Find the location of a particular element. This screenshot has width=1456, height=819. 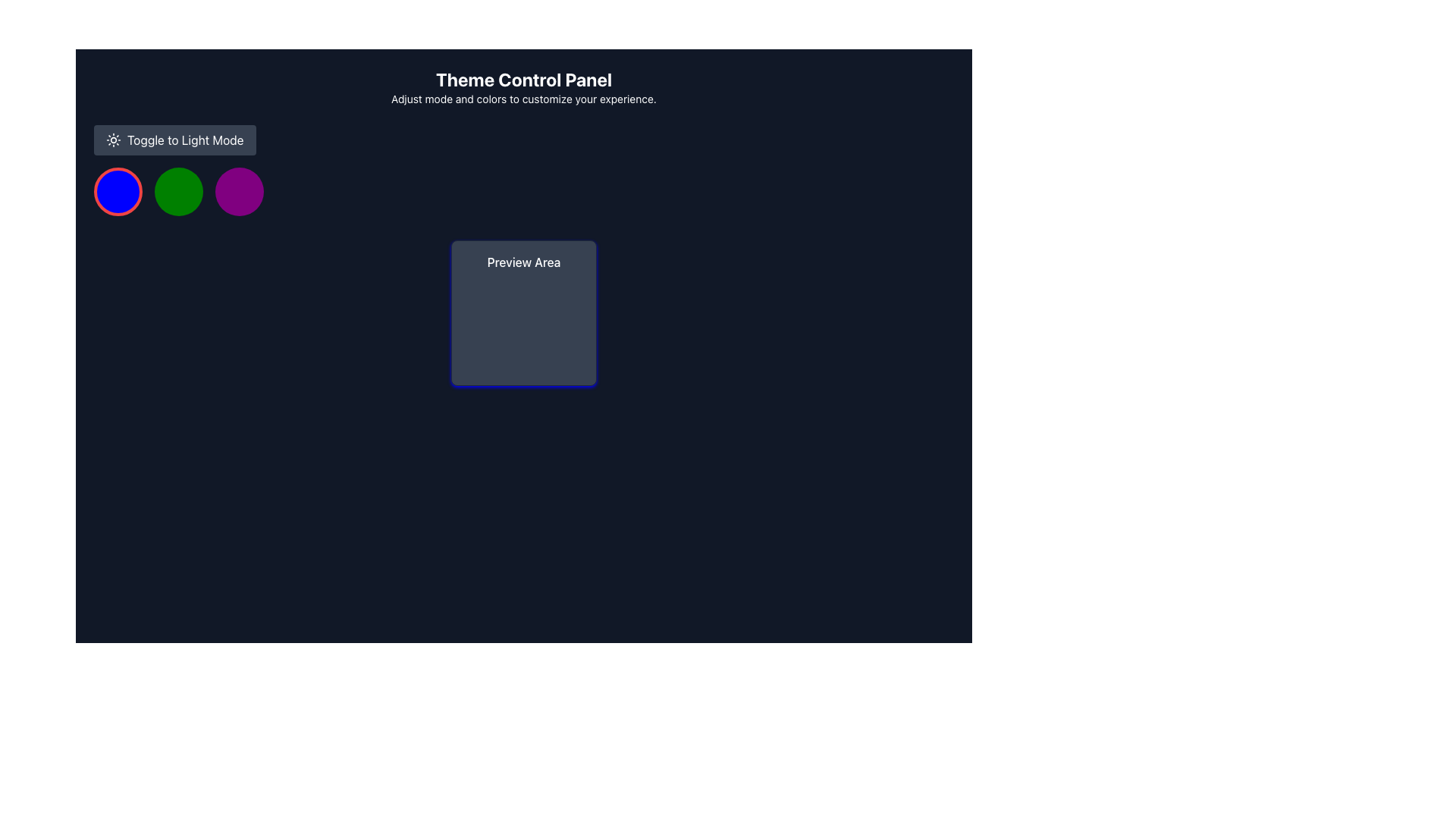

the 'Toggle to Light Mode' button, which has a dark gray background and white text, styled with a rounded rectangle shape, located below the 'Theme Control Panel' heading is located at coordinates (174, 140).